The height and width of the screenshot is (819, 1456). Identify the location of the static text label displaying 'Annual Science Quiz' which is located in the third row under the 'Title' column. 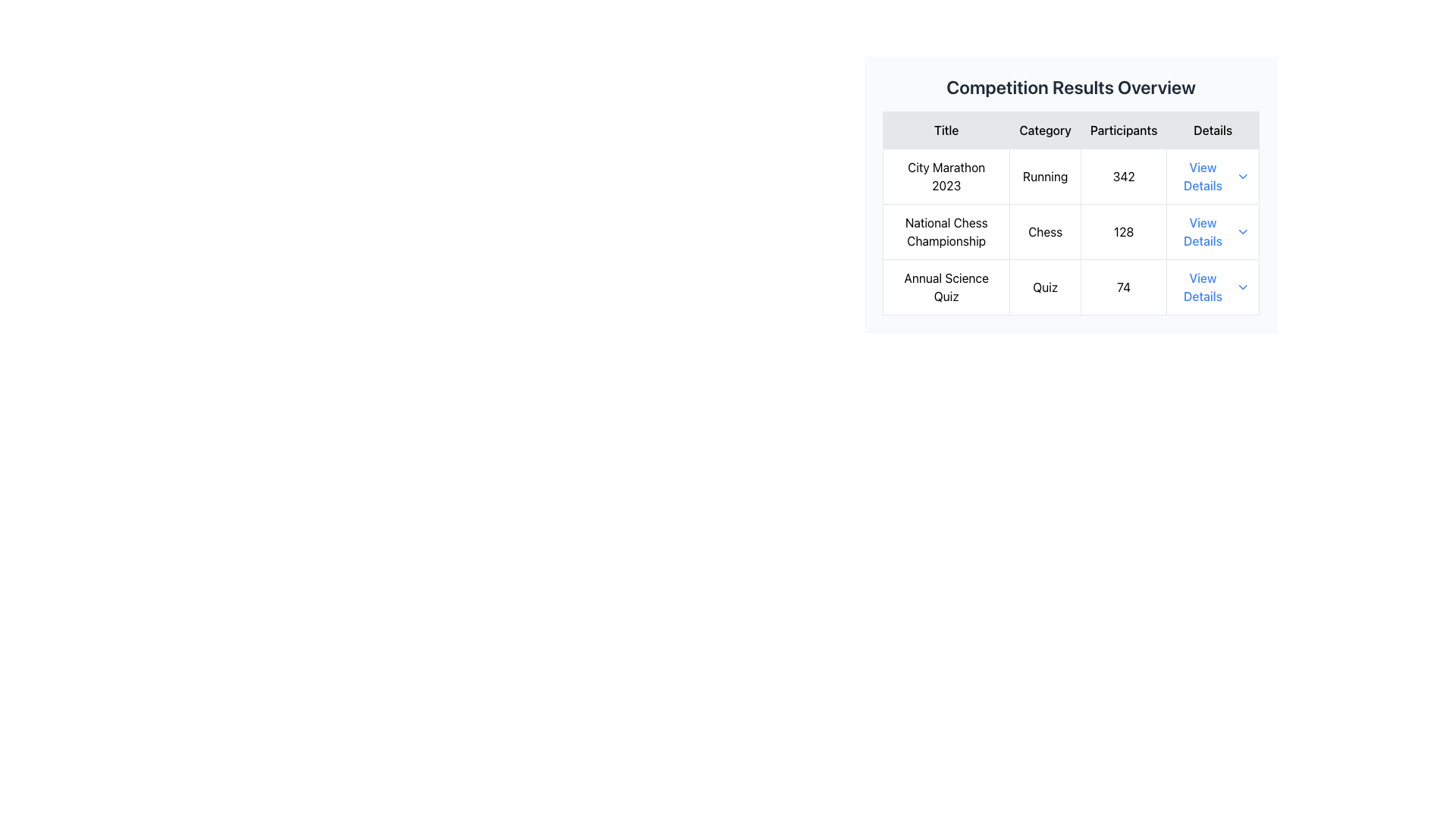
(946, 287).